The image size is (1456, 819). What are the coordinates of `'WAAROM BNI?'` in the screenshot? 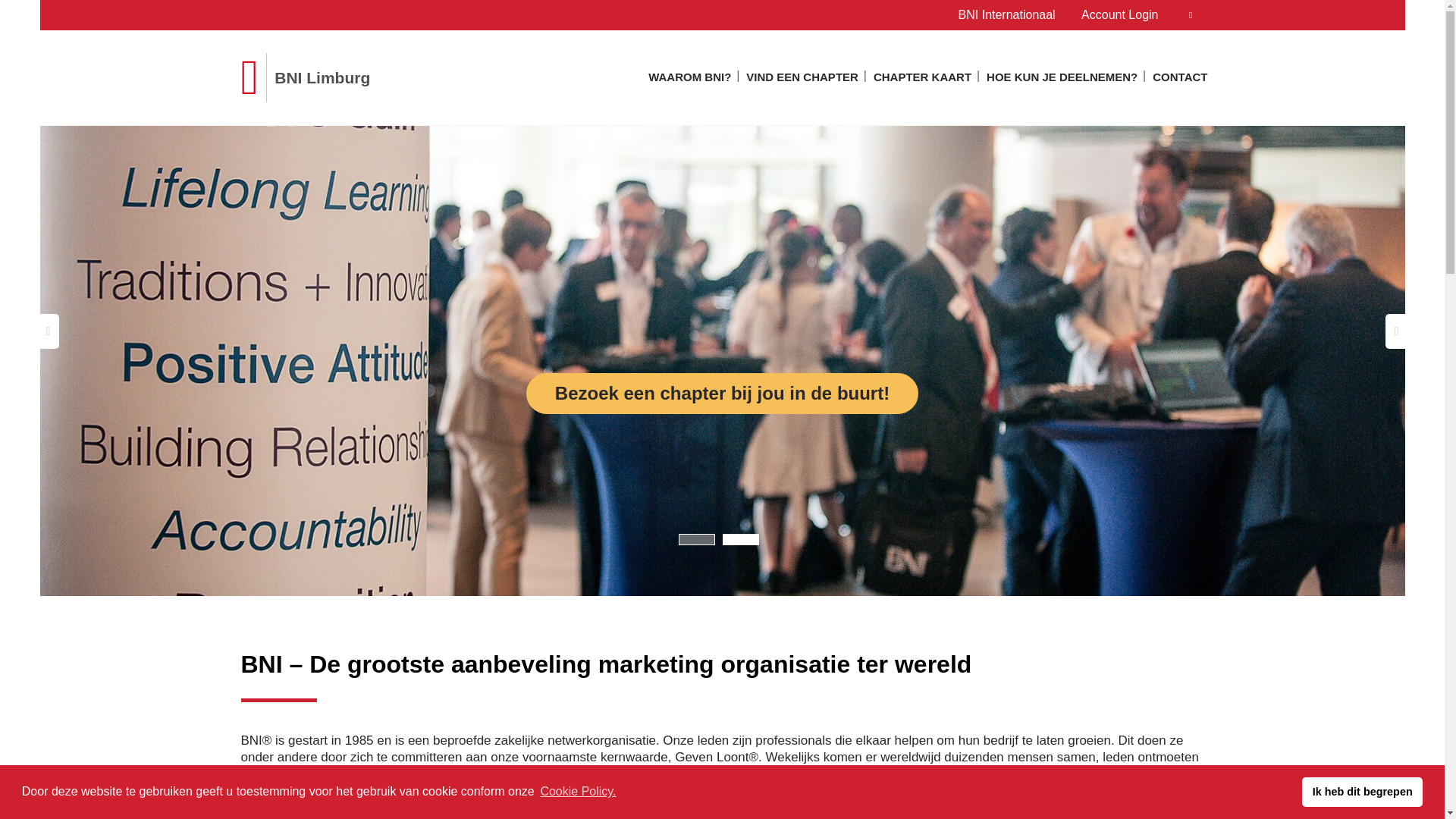 It's located at (648, 81).